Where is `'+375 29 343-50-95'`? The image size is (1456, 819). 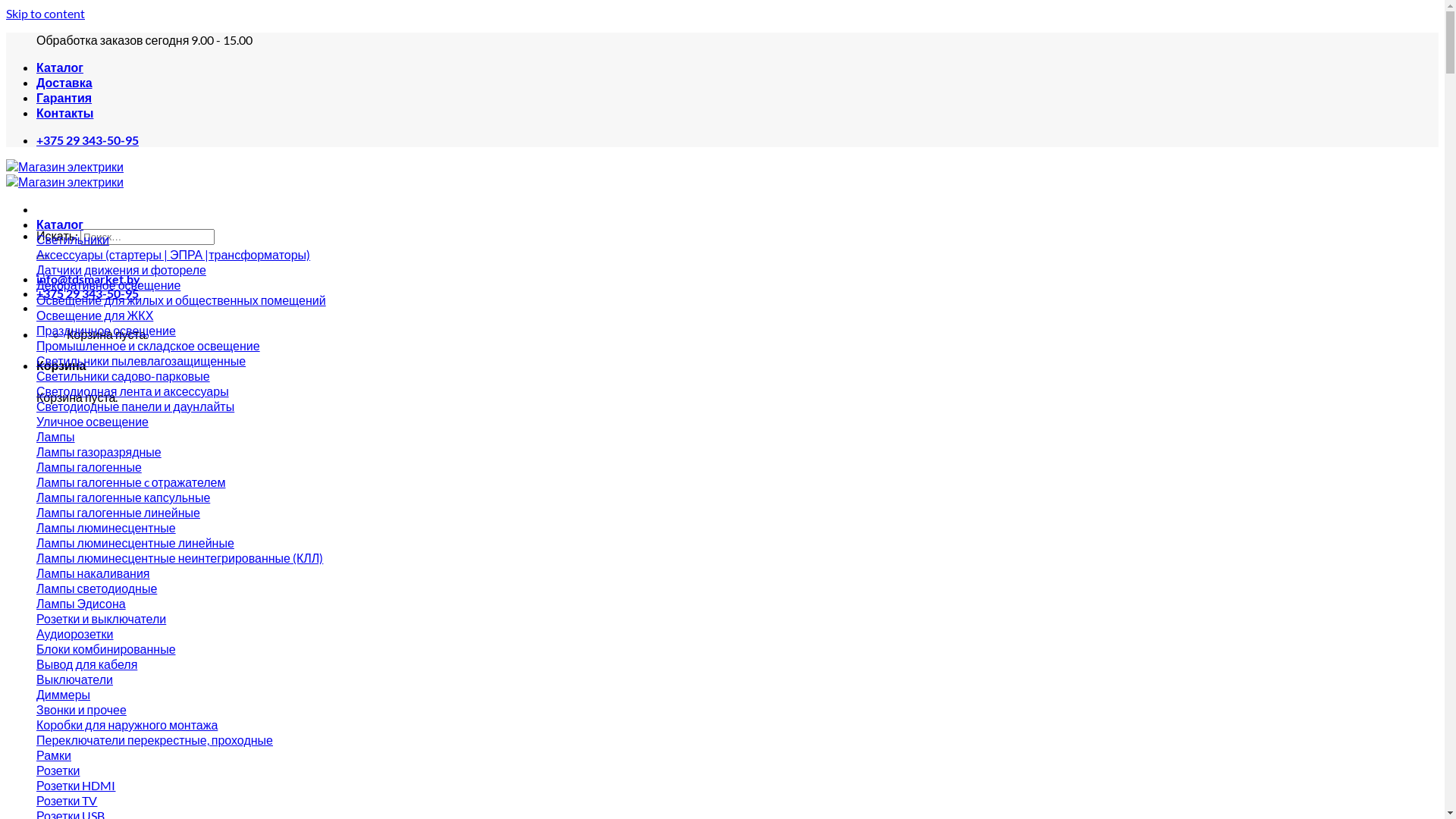 '+375 29 343-50-95' is located at coordinates (86, 293).